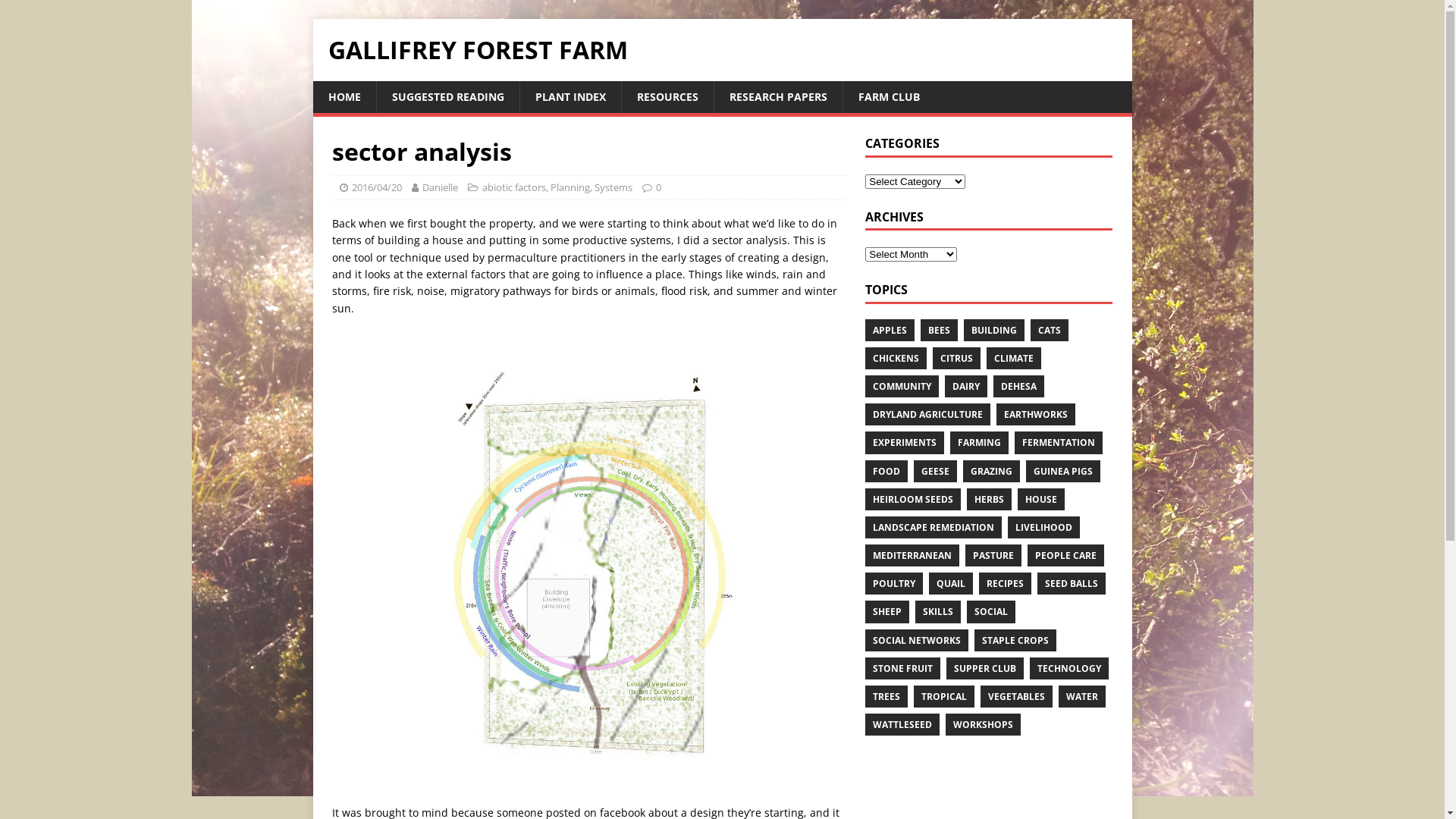 The width and height of the screenshot is (1456, 819). What do you see at coordinates (985, 667) in the screenshot?
I see `'SUPPER CLUB'` at bounding box center [985, 667].